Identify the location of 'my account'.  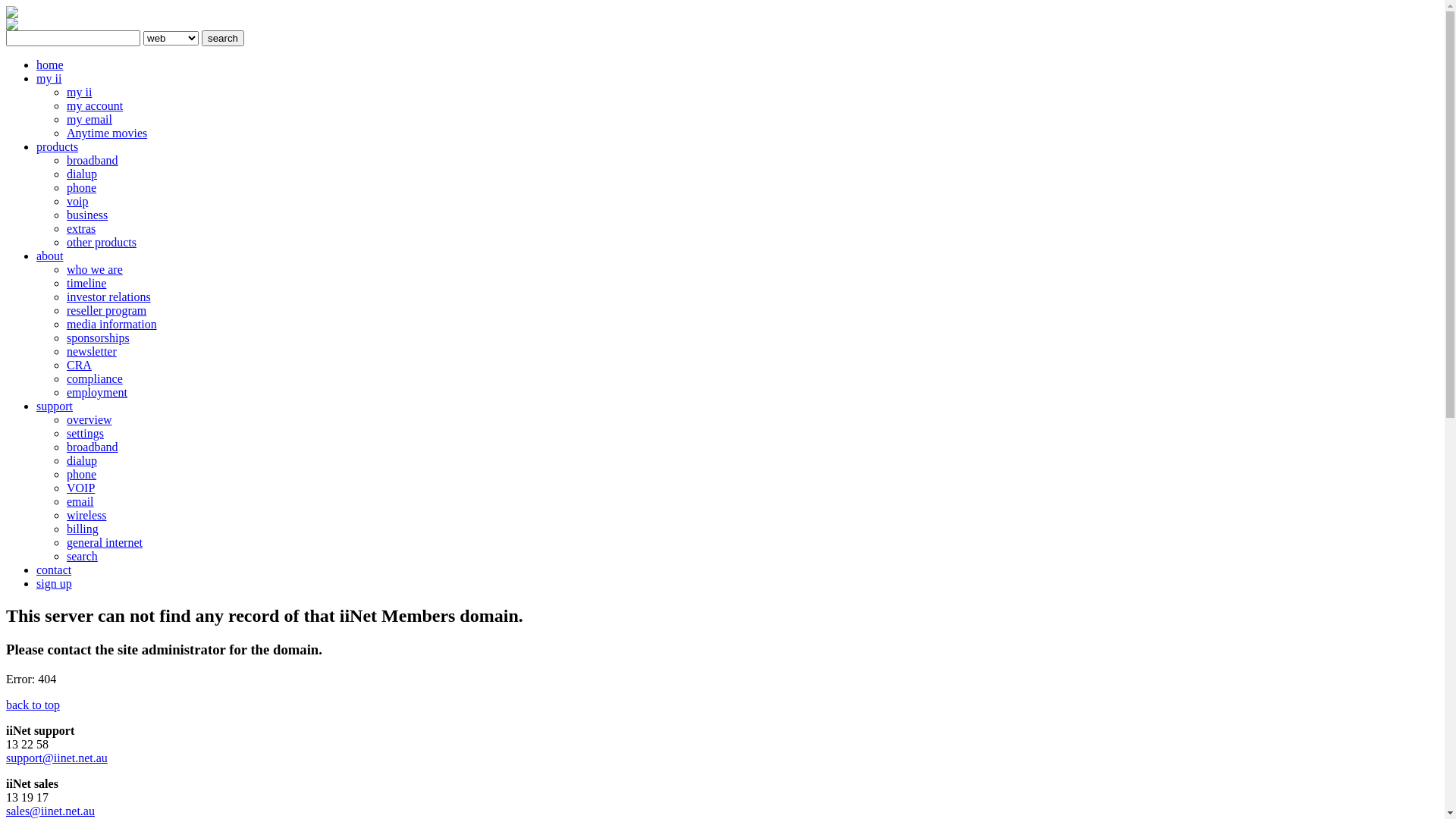
(65, 105).